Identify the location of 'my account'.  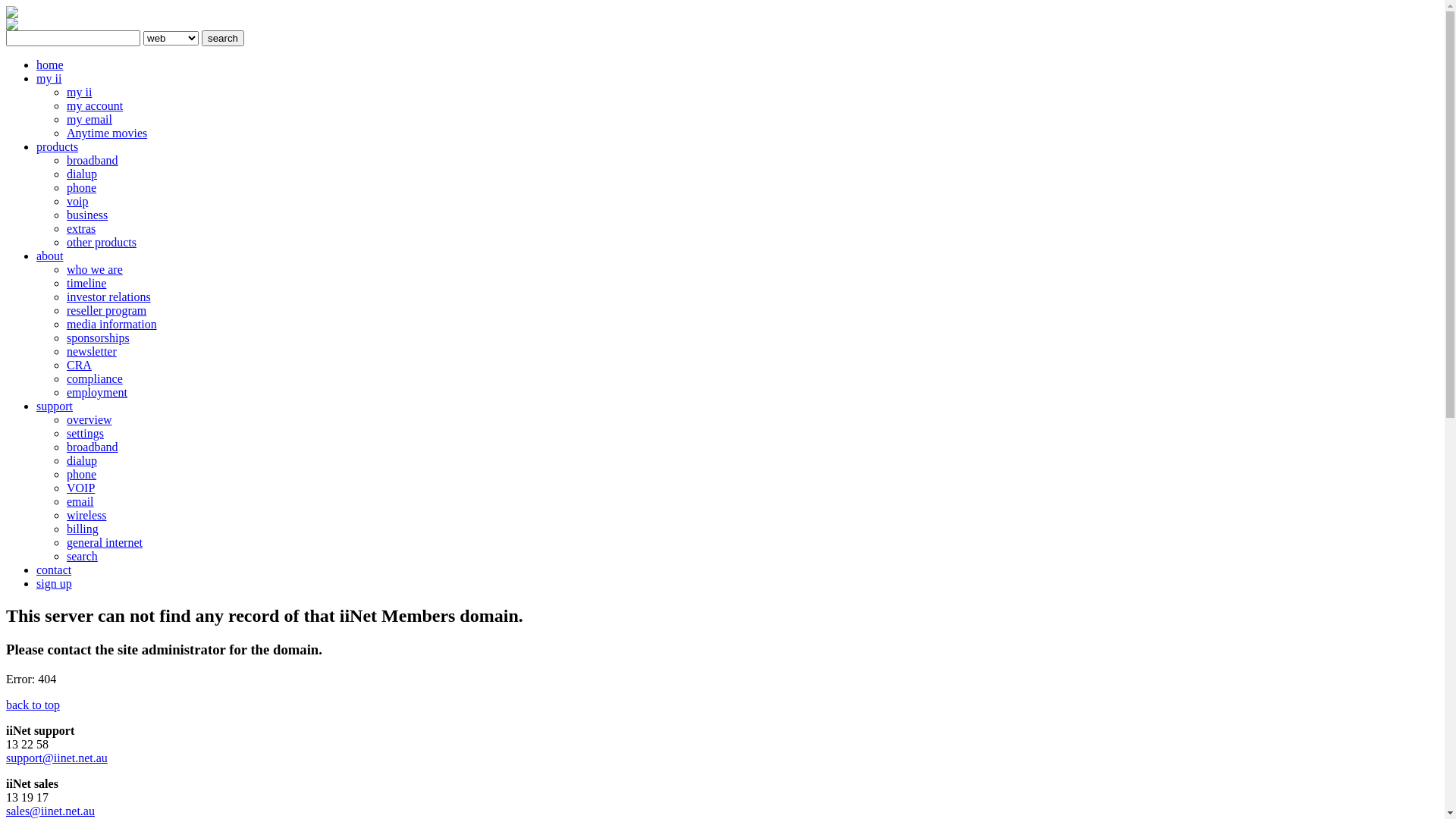
(65, 105).